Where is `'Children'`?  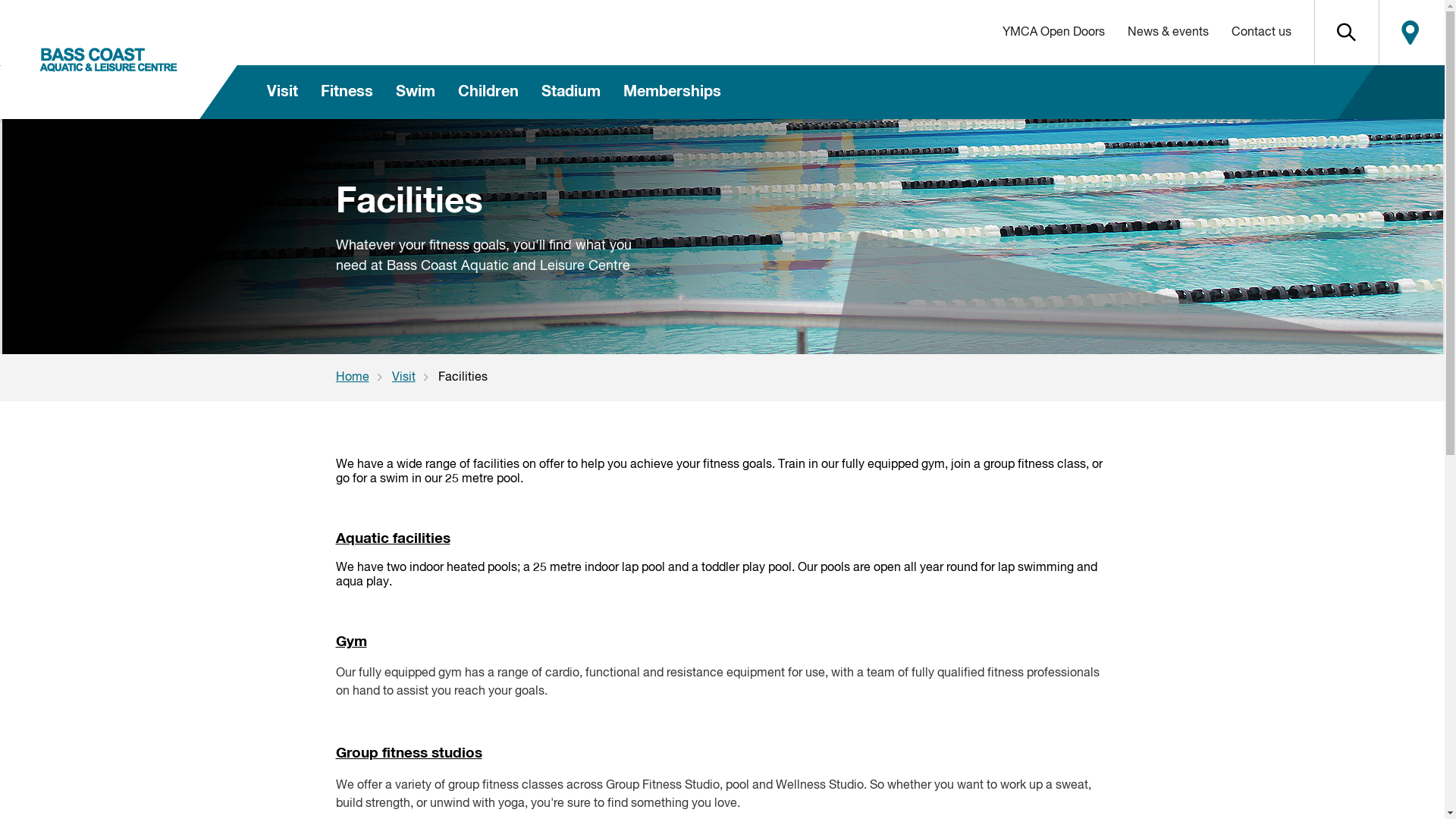
'Children' is located at coordinates (488, 92).